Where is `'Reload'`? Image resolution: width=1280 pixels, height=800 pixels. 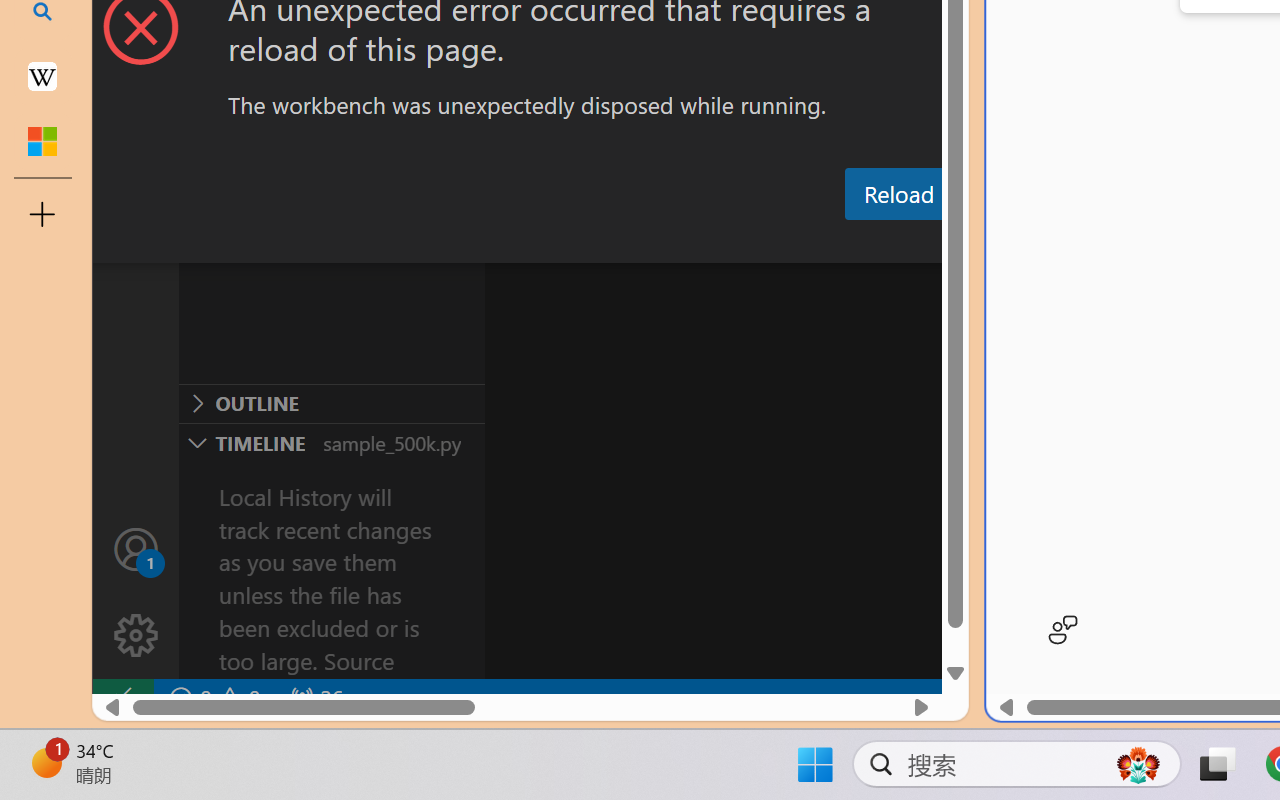
'Reload' is located at coordinates (897, 192).